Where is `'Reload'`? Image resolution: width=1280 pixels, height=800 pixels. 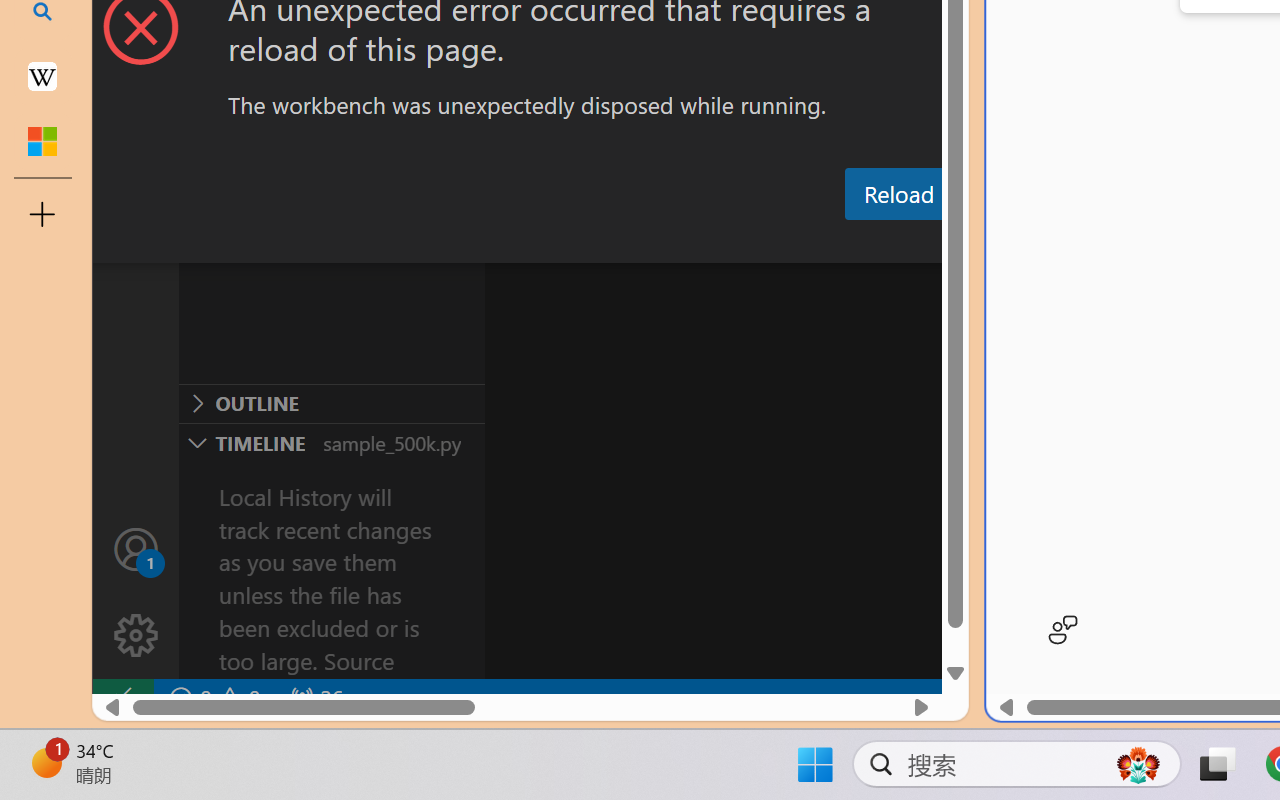
'Reload' is located at coordinates (897, 192).